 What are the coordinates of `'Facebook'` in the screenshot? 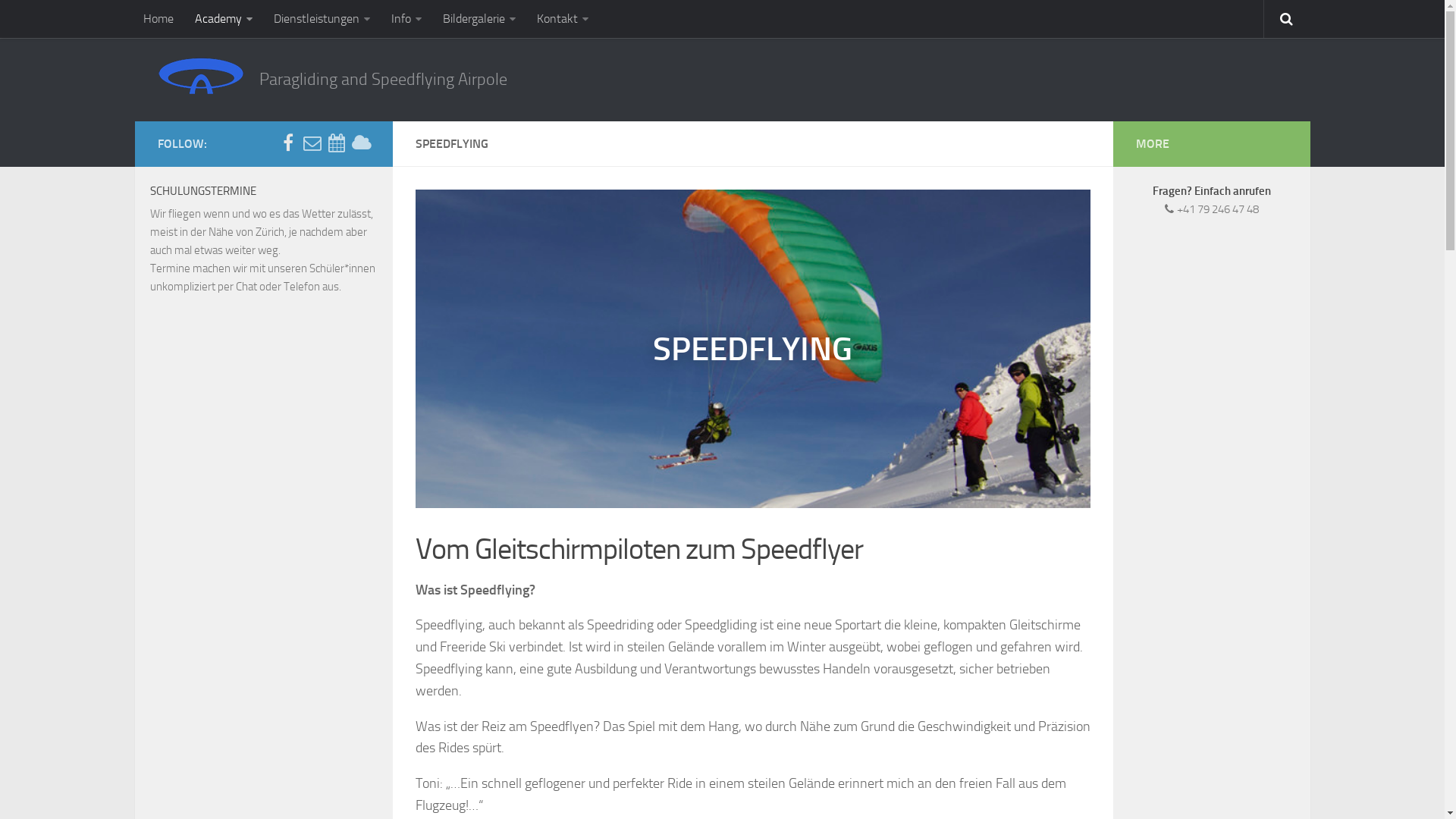 It's located at (287, 143).